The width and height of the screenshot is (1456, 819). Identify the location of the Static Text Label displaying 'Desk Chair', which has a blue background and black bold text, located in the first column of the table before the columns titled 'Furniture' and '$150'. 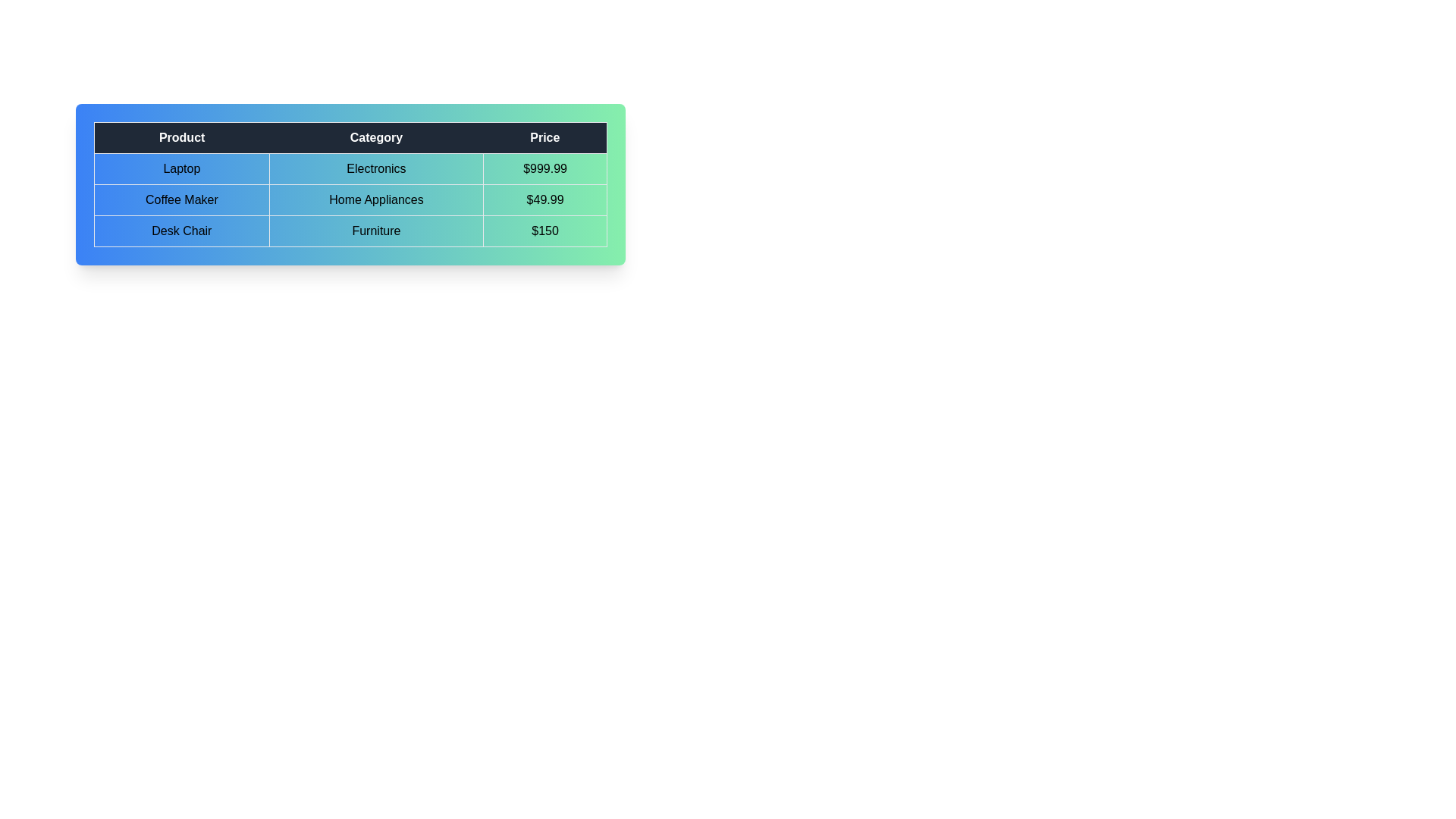
(181, 231).